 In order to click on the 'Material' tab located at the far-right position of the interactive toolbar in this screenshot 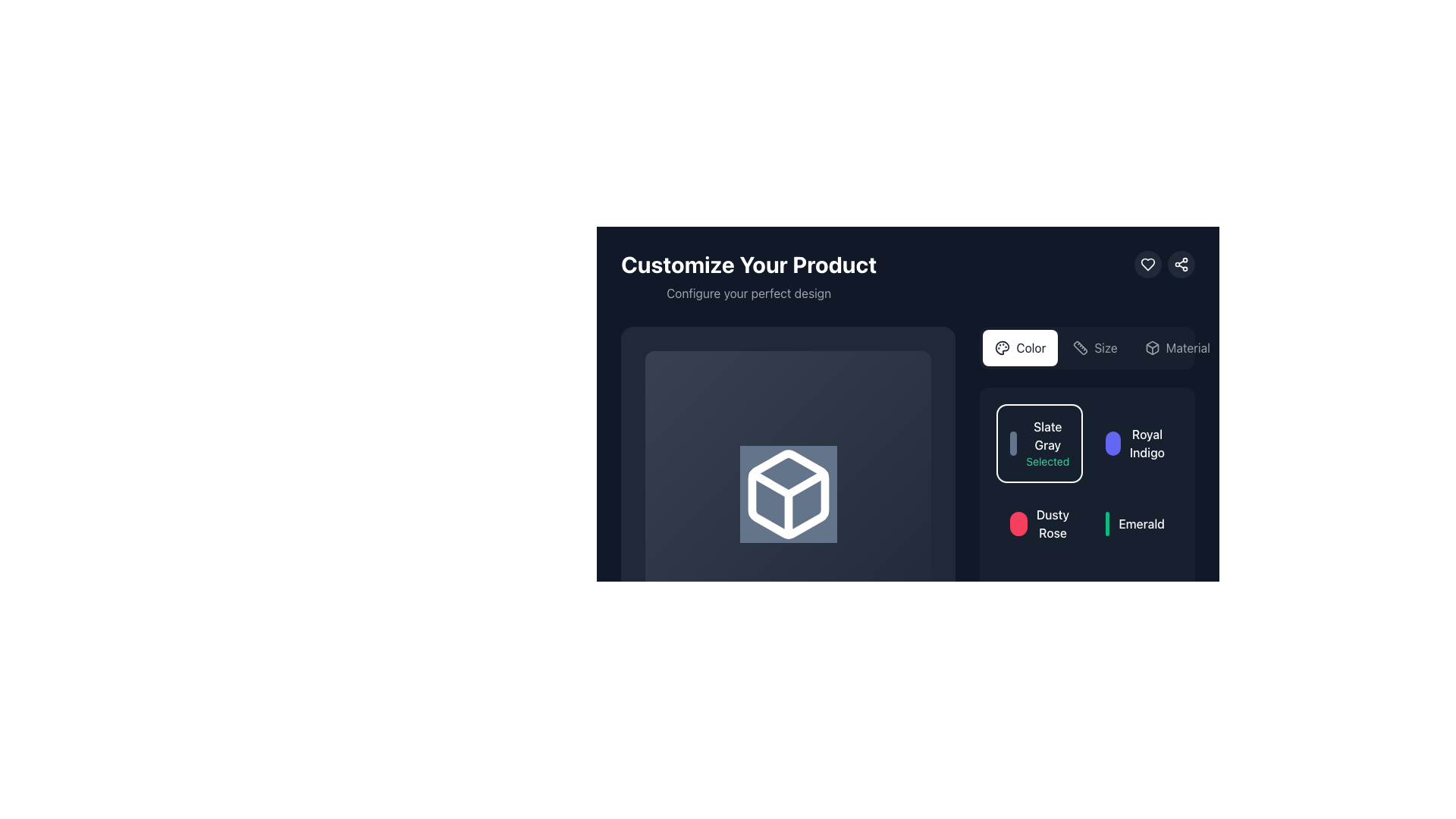, I will do `click(1187, 348)`.